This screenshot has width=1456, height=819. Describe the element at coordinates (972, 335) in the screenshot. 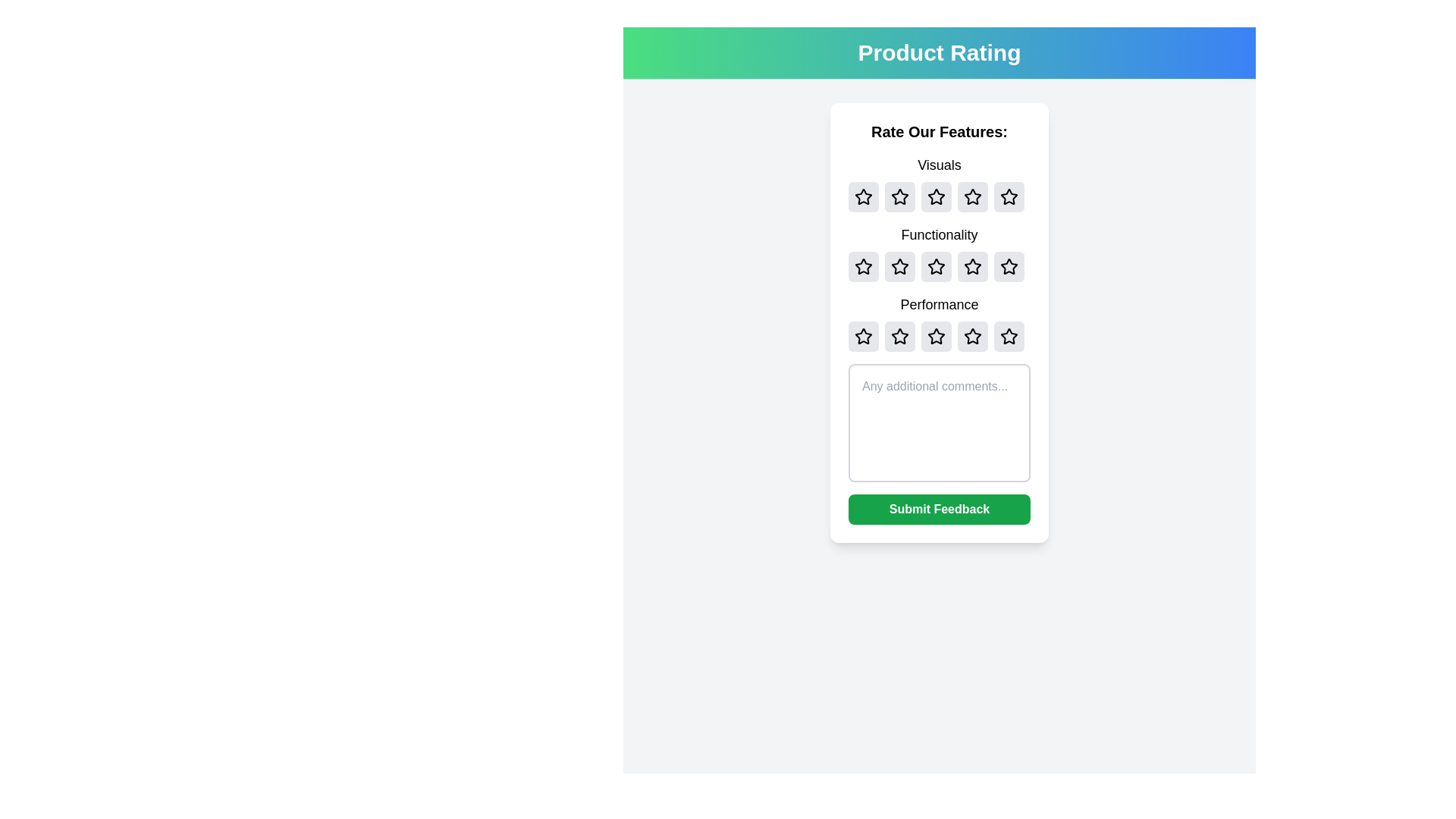

I see `the fourth star in the 'Performance' rating section` at that location.